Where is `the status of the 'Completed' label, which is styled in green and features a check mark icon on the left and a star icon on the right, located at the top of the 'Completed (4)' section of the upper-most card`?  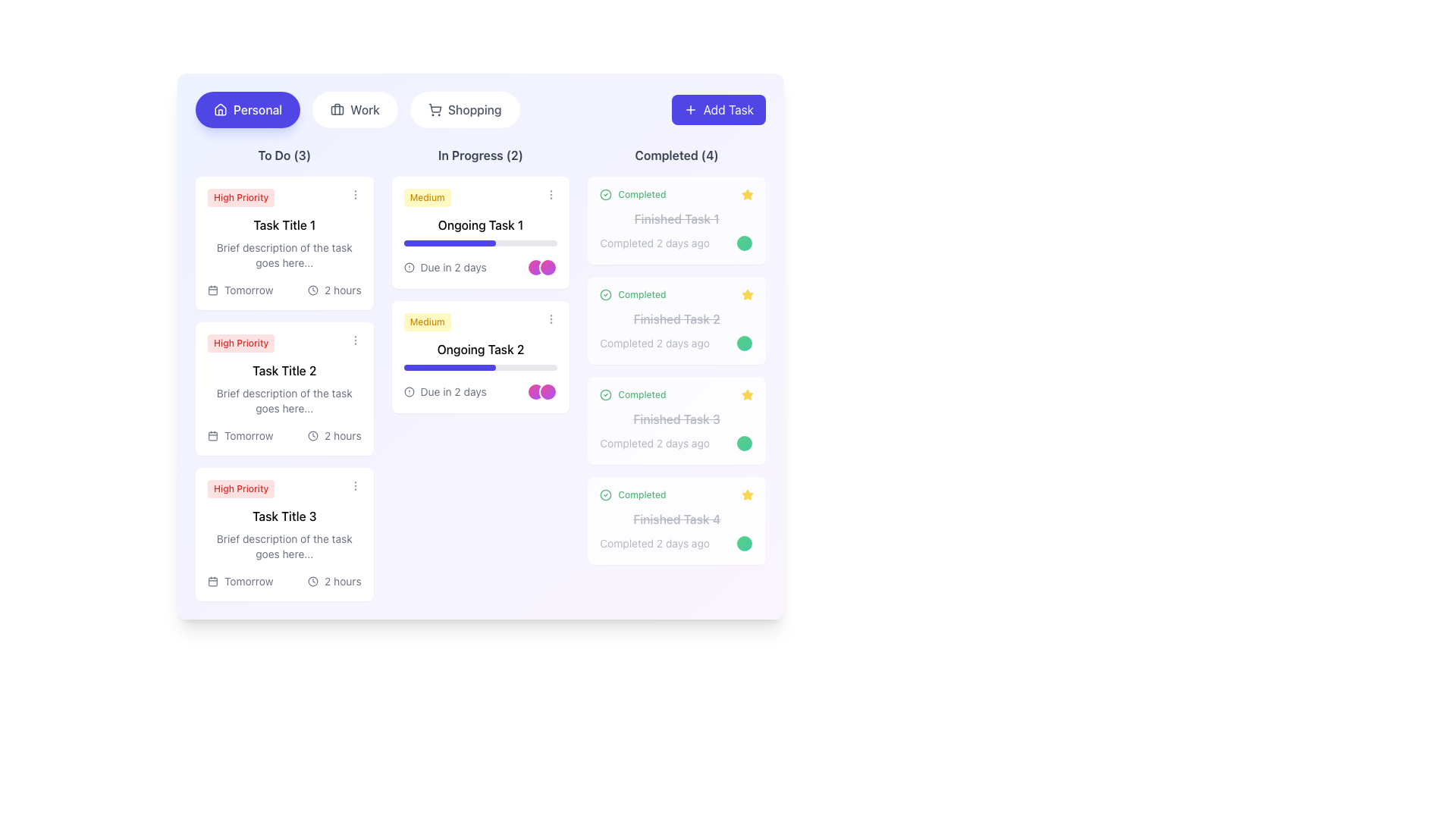
the status of the 'Completed' label, which is styled in green and features a check mark icon on the left and a star icon on the right, located at the top of the 'Completed (4)' section of the upper-most card is located at coordinates (676, 194).